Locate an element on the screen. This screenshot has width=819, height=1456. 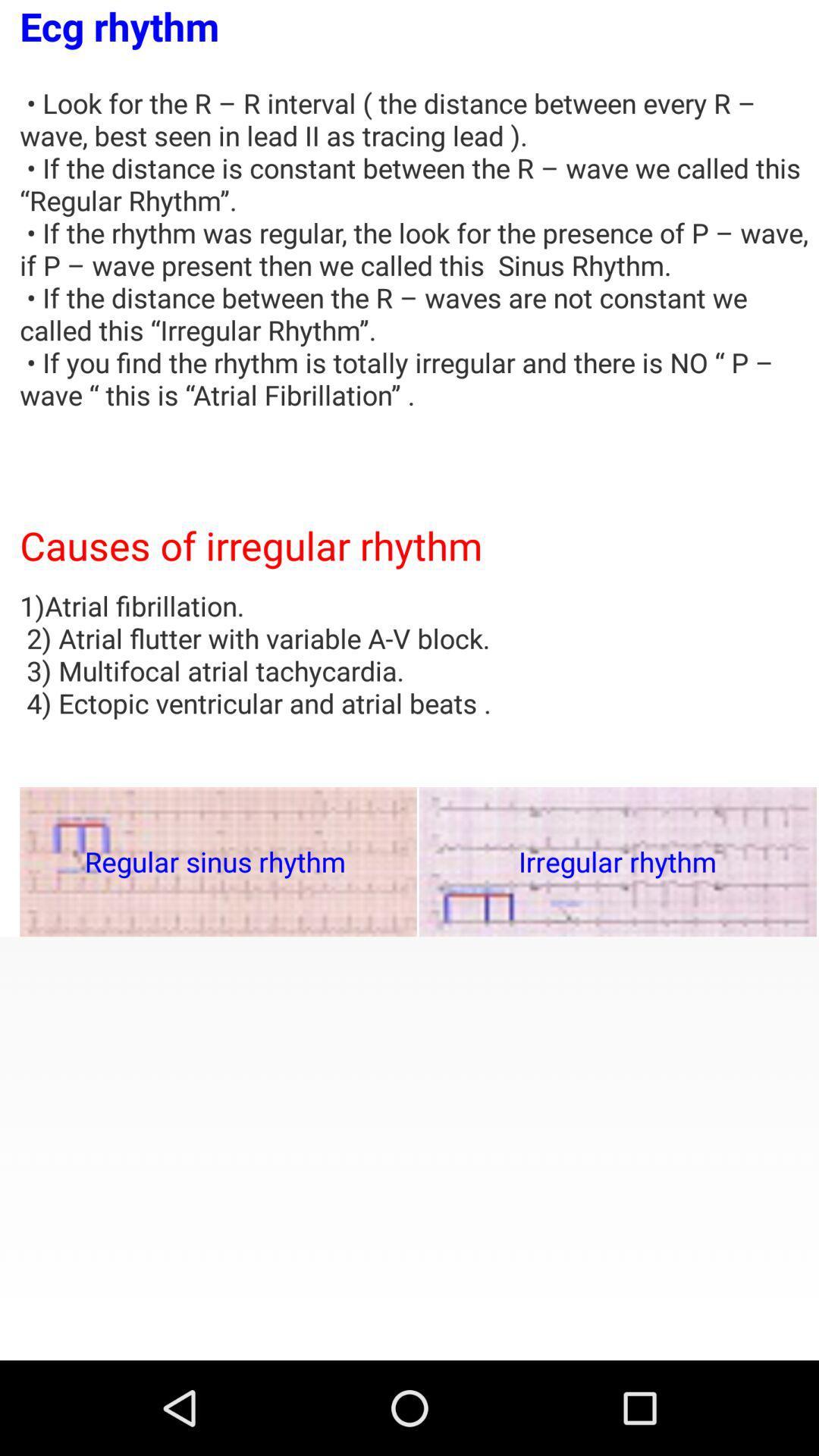
the button next to irregular rhythm button is located at coordinates (218, 861).